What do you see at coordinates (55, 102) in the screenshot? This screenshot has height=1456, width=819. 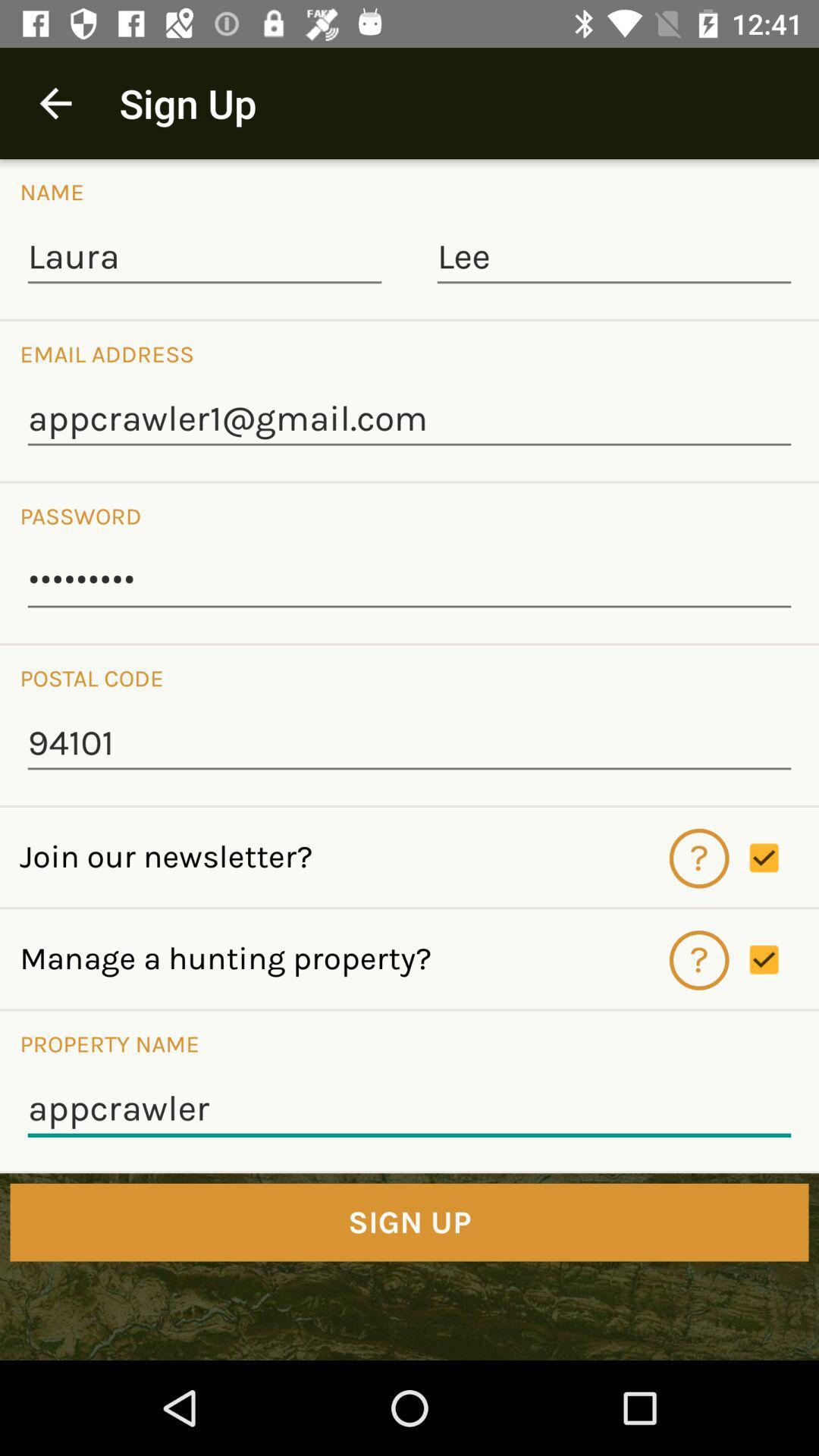 I see `icon to the left of the sign up` at bounding box center [55, 102].